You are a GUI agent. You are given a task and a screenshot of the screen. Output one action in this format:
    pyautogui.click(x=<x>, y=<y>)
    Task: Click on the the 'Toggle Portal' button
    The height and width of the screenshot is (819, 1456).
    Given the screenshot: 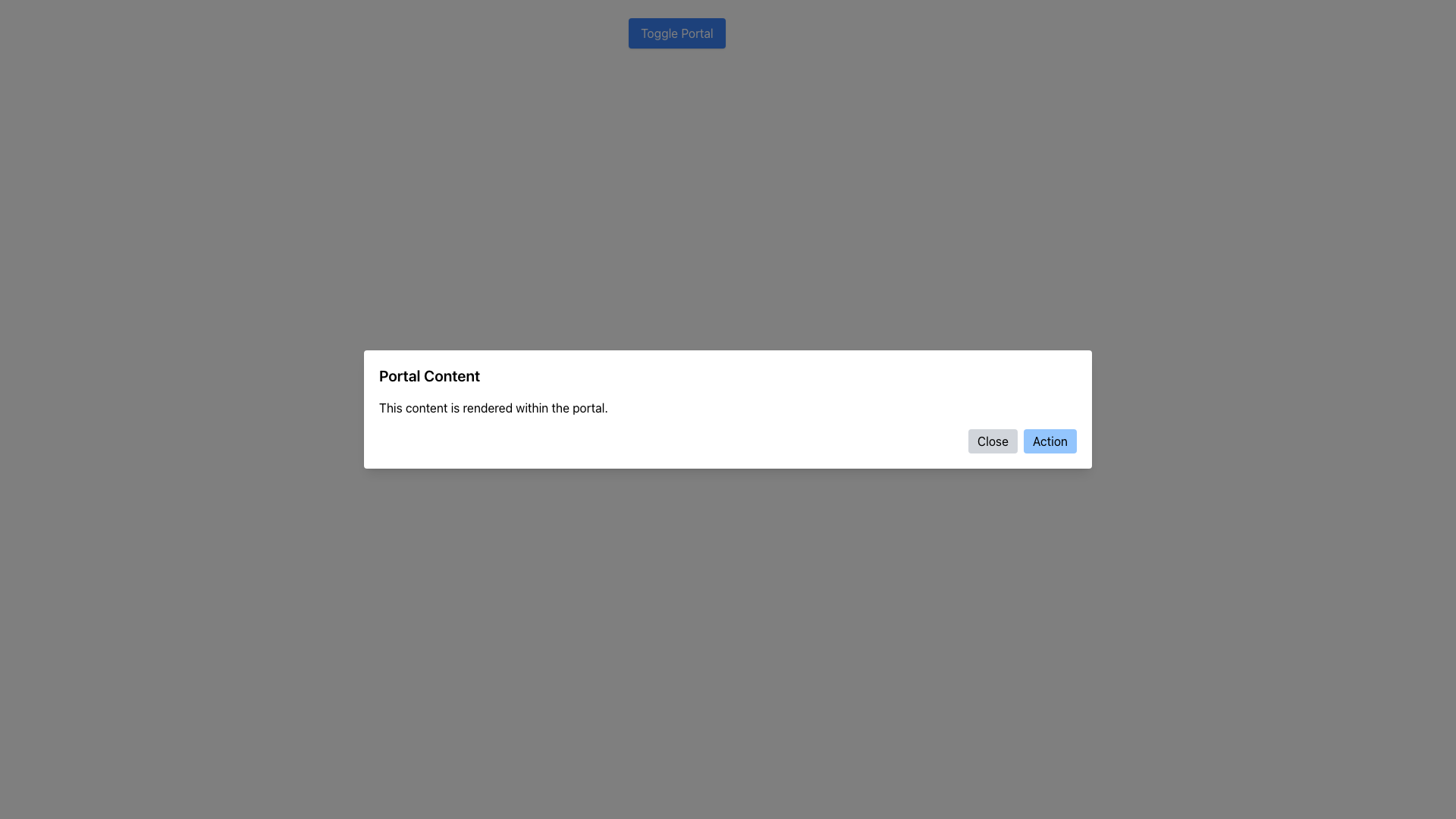 What is the action you would take?
    pyautogui.click(x=676, y=33)
    